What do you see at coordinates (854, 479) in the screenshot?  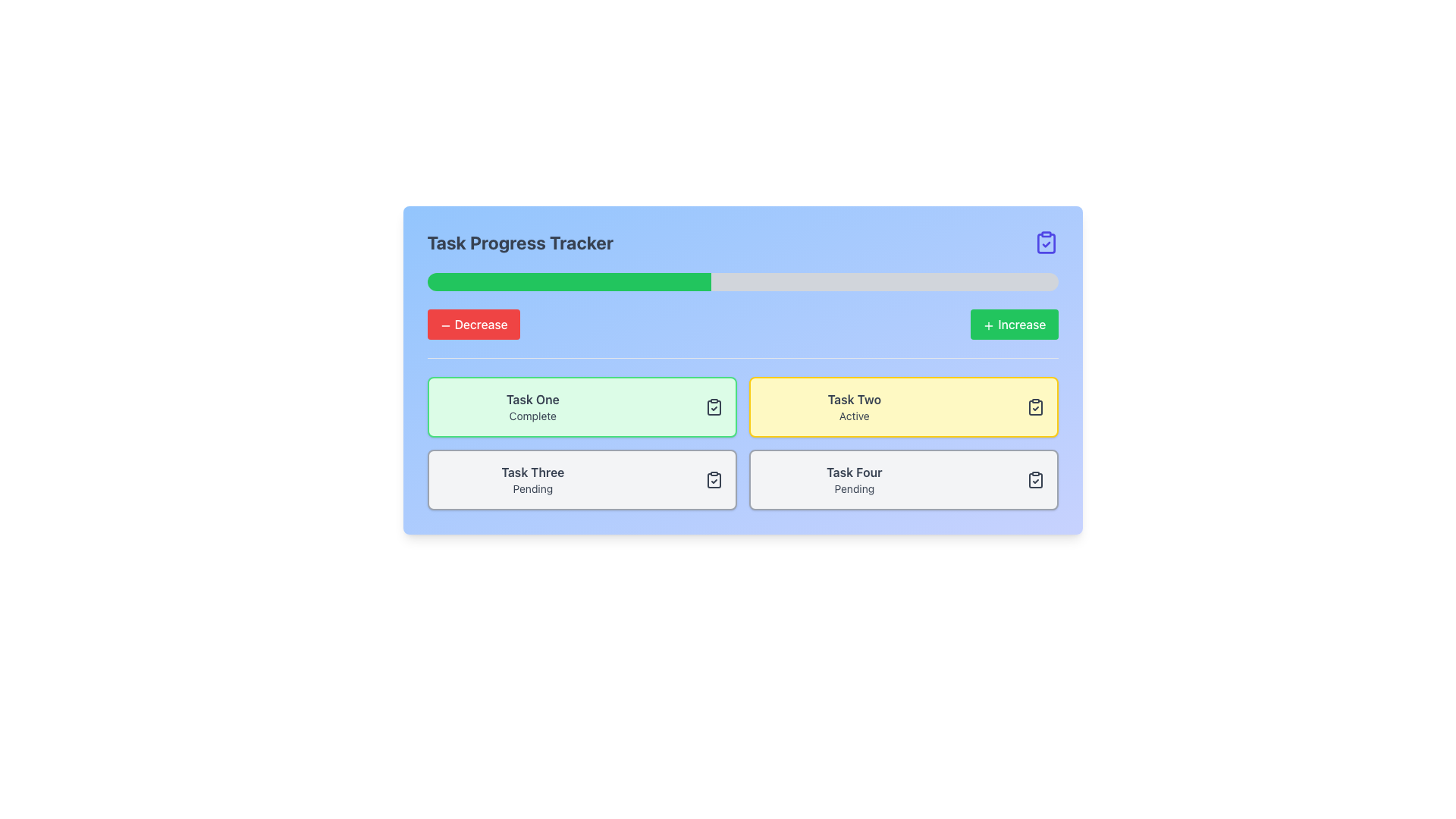 I see `the text display element that shows the task name 'Task Four' and its status 'Pending', located in the bottom-right portion of the grid layout` at bounding box center [854, 479].